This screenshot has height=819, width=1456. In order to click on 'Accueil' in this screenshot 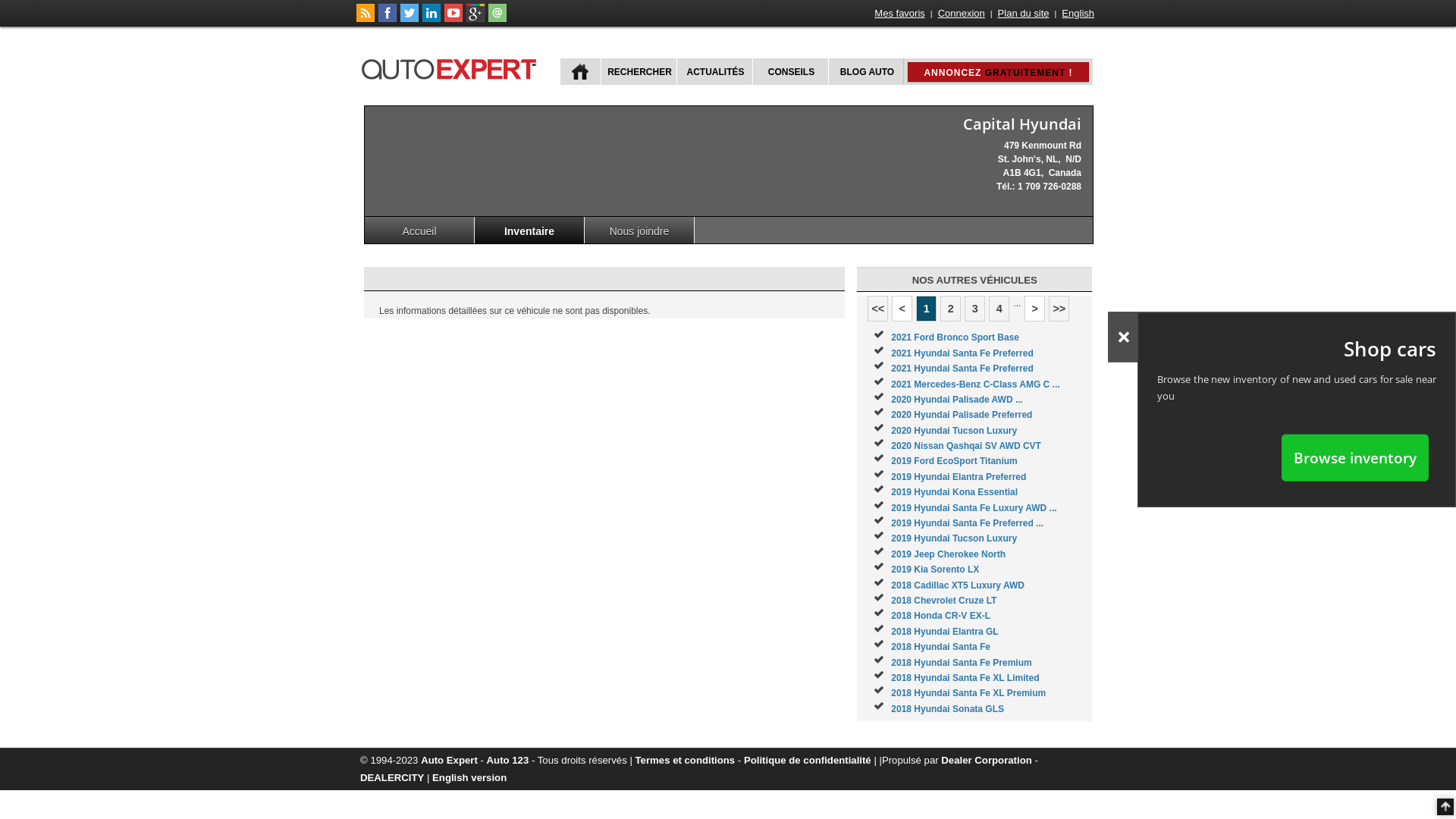, I will do `click(419, 230)`.